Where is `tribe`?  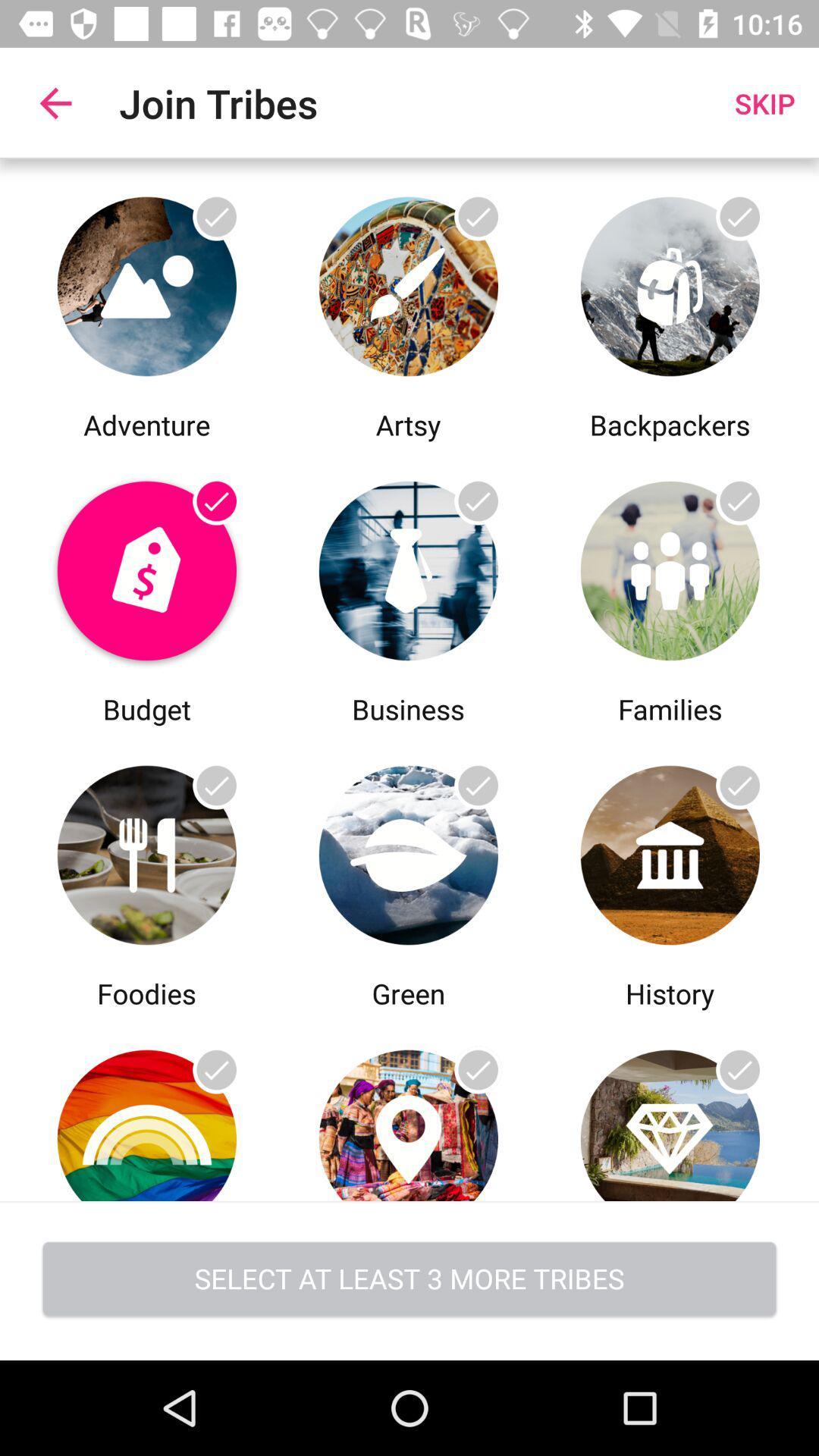 tribe is located at coordinates (407, 566).